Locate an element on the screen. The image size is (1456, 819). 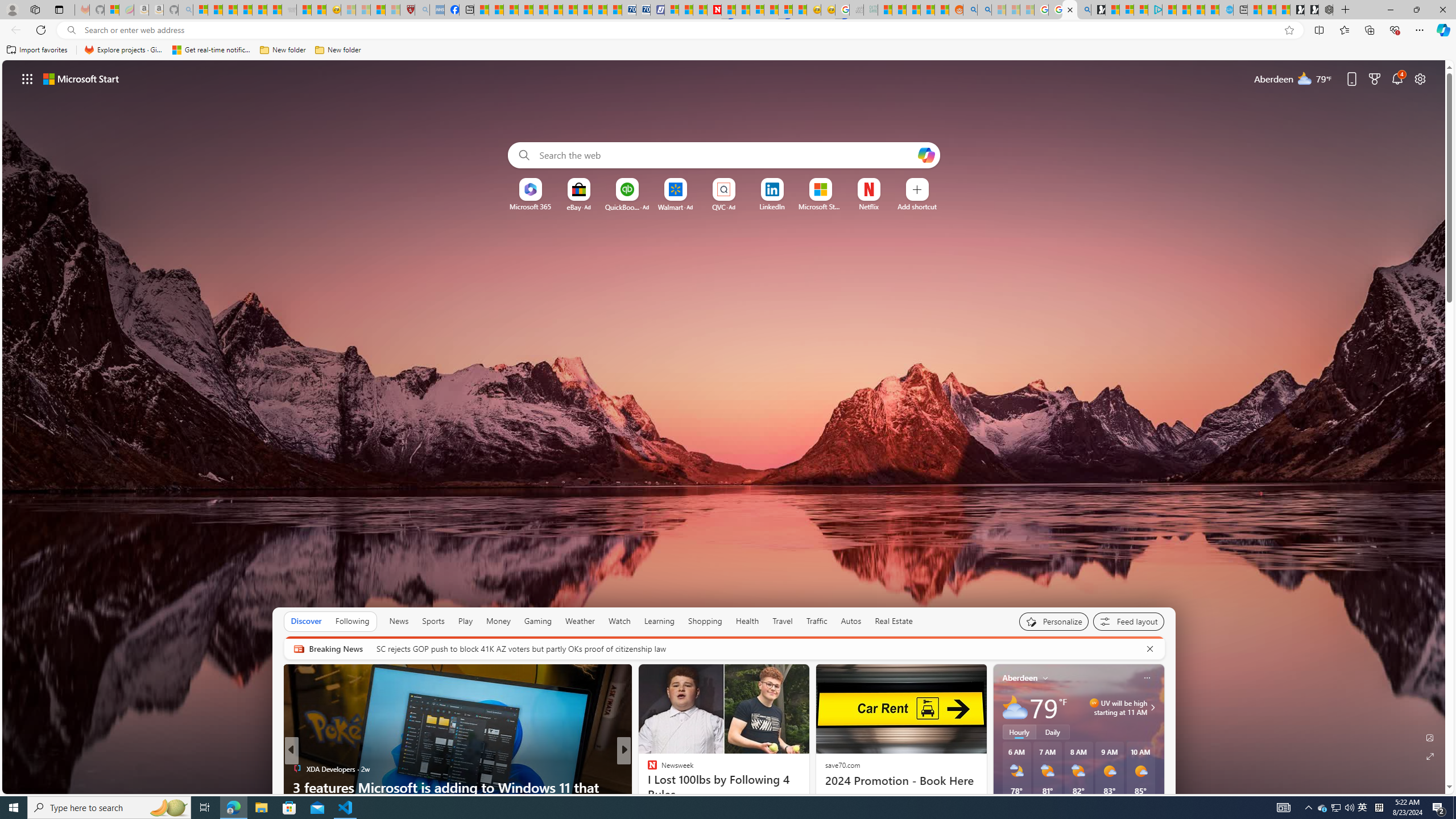
'Play' is located at coordinates (464, 621).